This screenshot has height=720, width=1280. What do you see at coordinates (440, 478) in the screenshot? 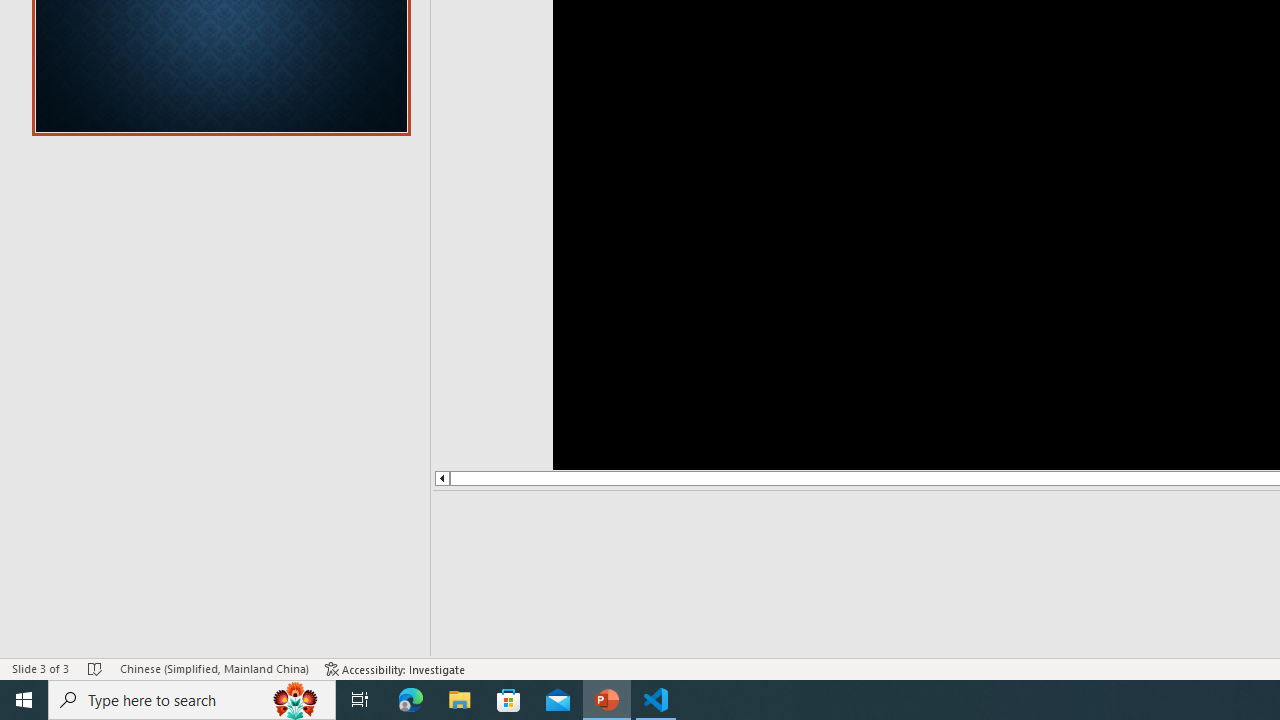
I see `'Line up'` at bounding box center [440, 478].